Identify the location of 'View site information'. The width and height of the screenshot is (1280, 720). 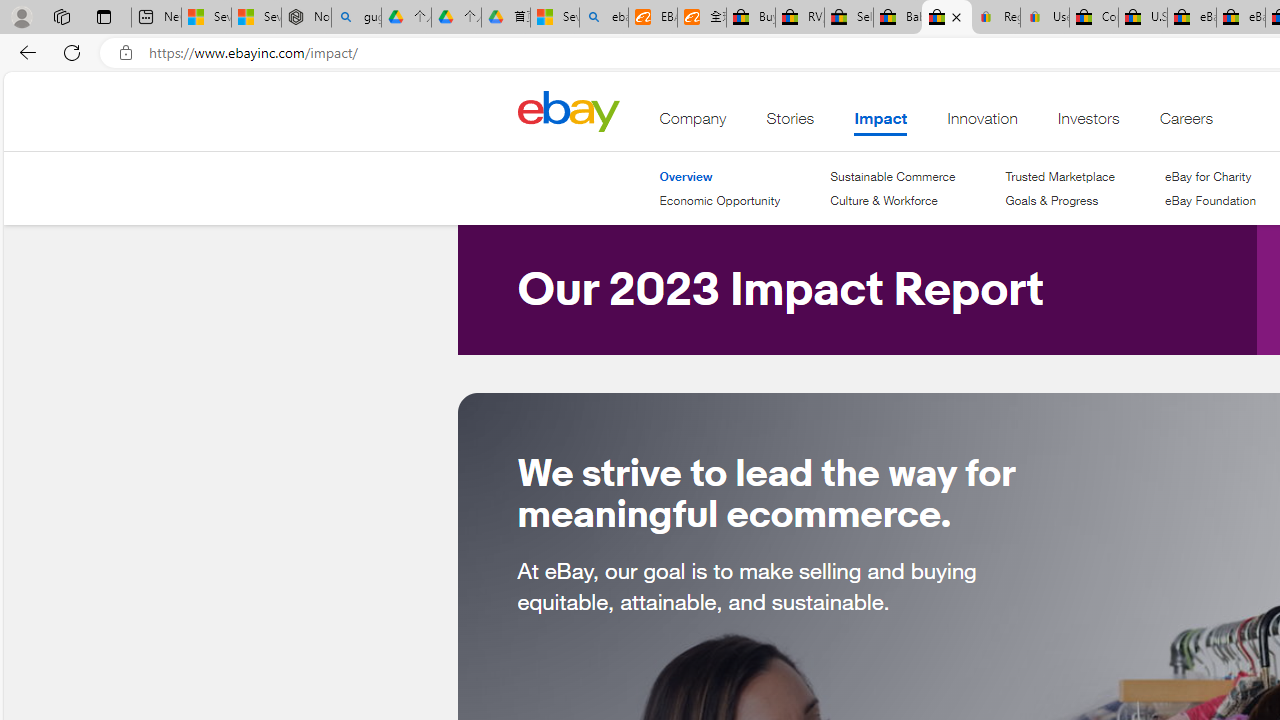
(125, 52).